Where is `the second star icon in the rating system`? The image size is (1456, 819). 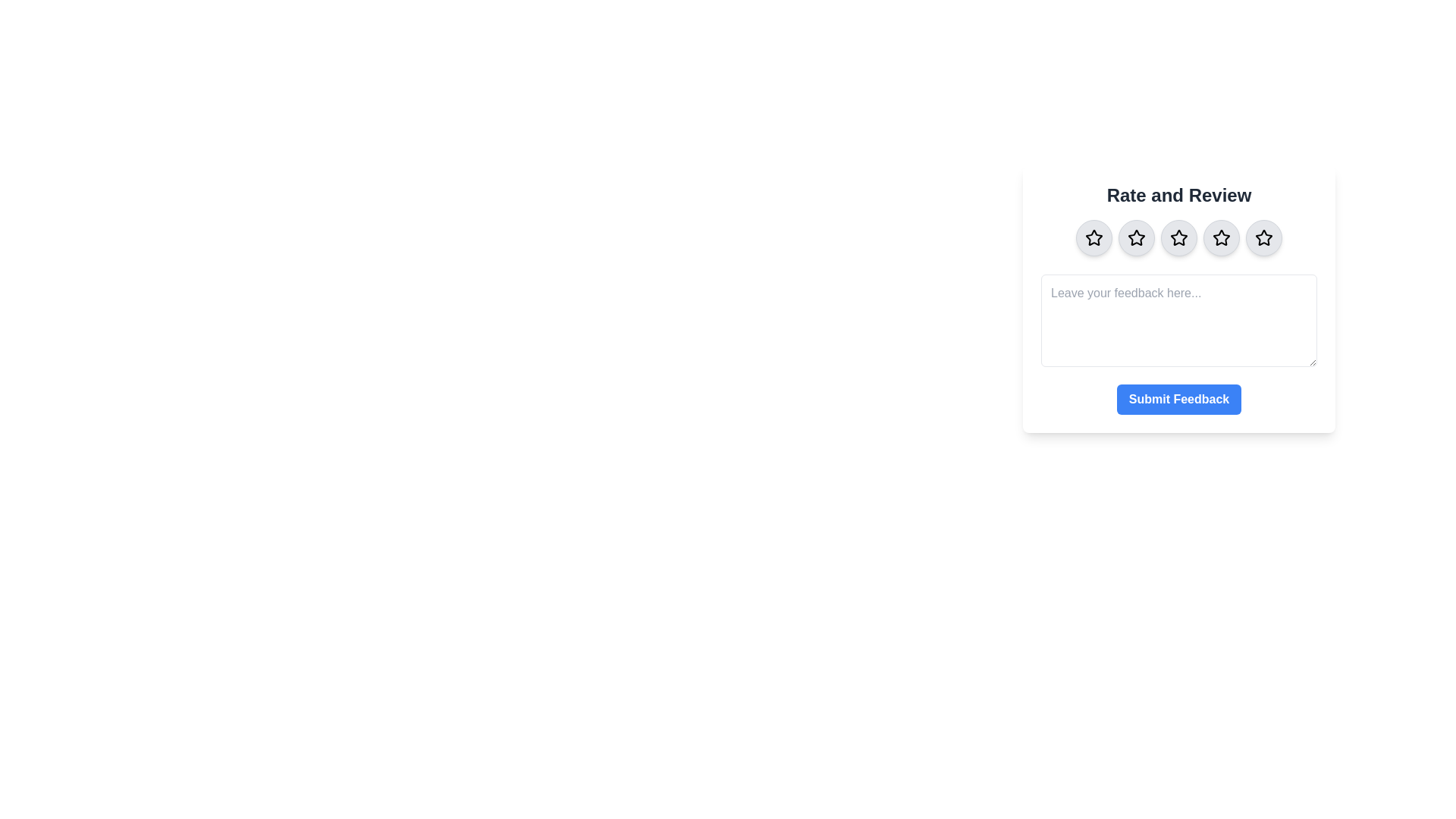 the second star icon in the rating system is located at coordinates (1136, 237).